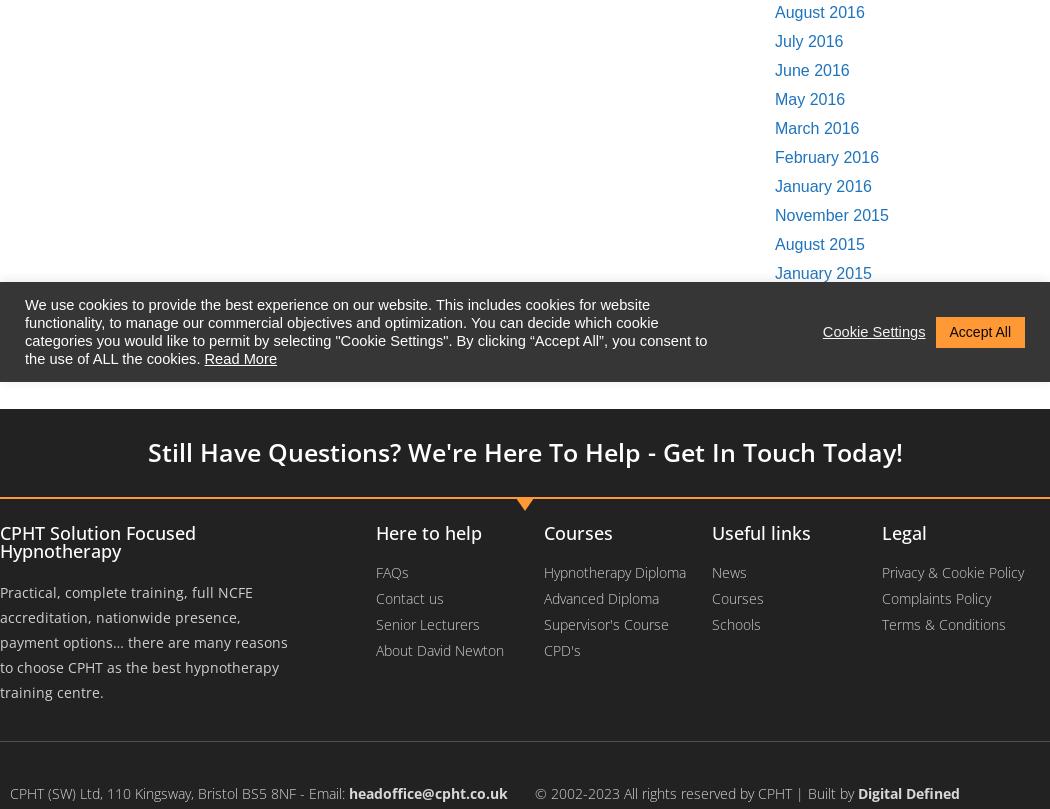 The width and height of the screenshot is (1050, 809). I want to click on 'Read More', so click(240, 359).